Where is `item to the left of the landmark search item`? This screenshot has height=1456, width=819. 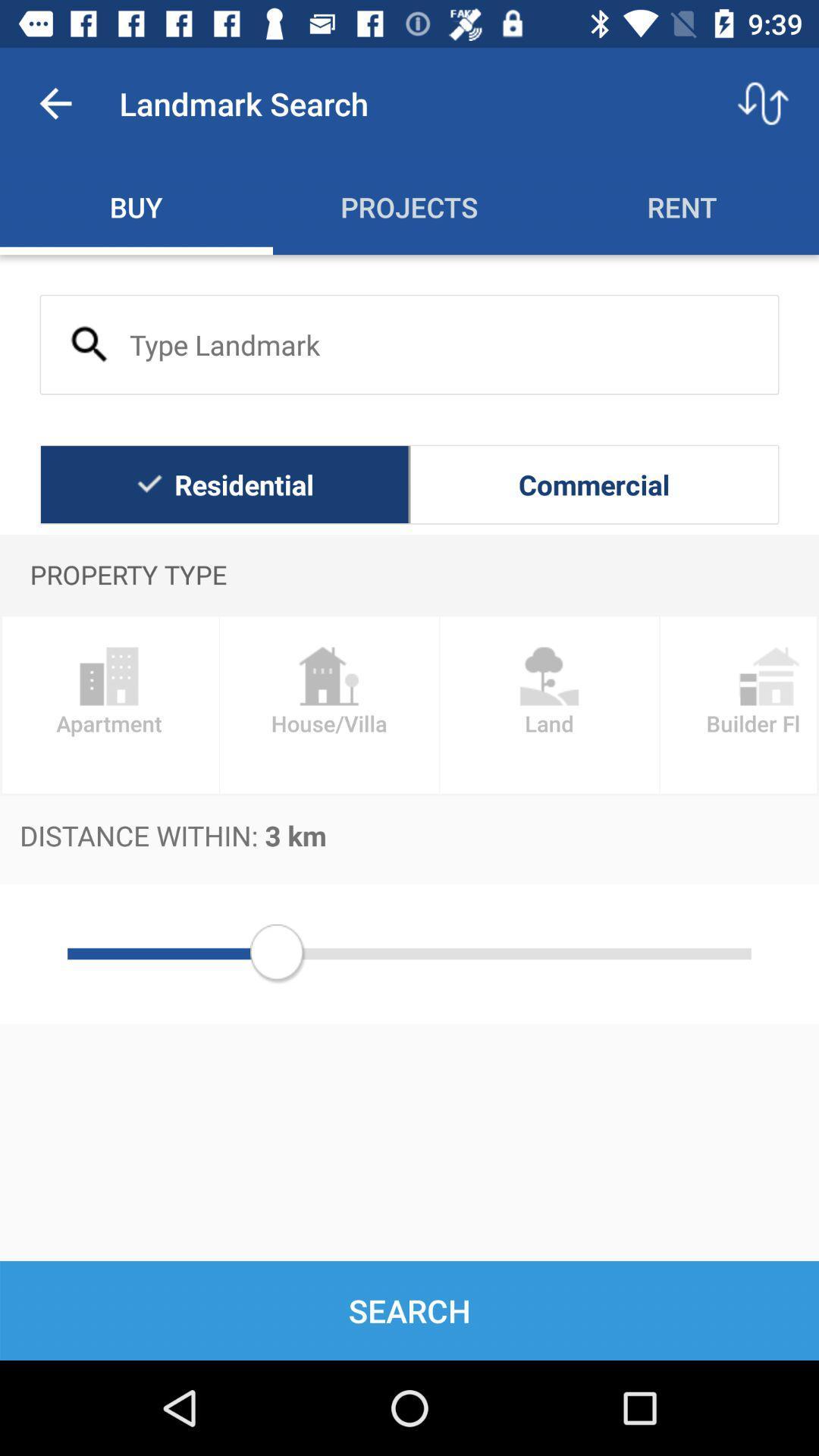 item to the left of the landmark search item is located at coordinates (55, 102).